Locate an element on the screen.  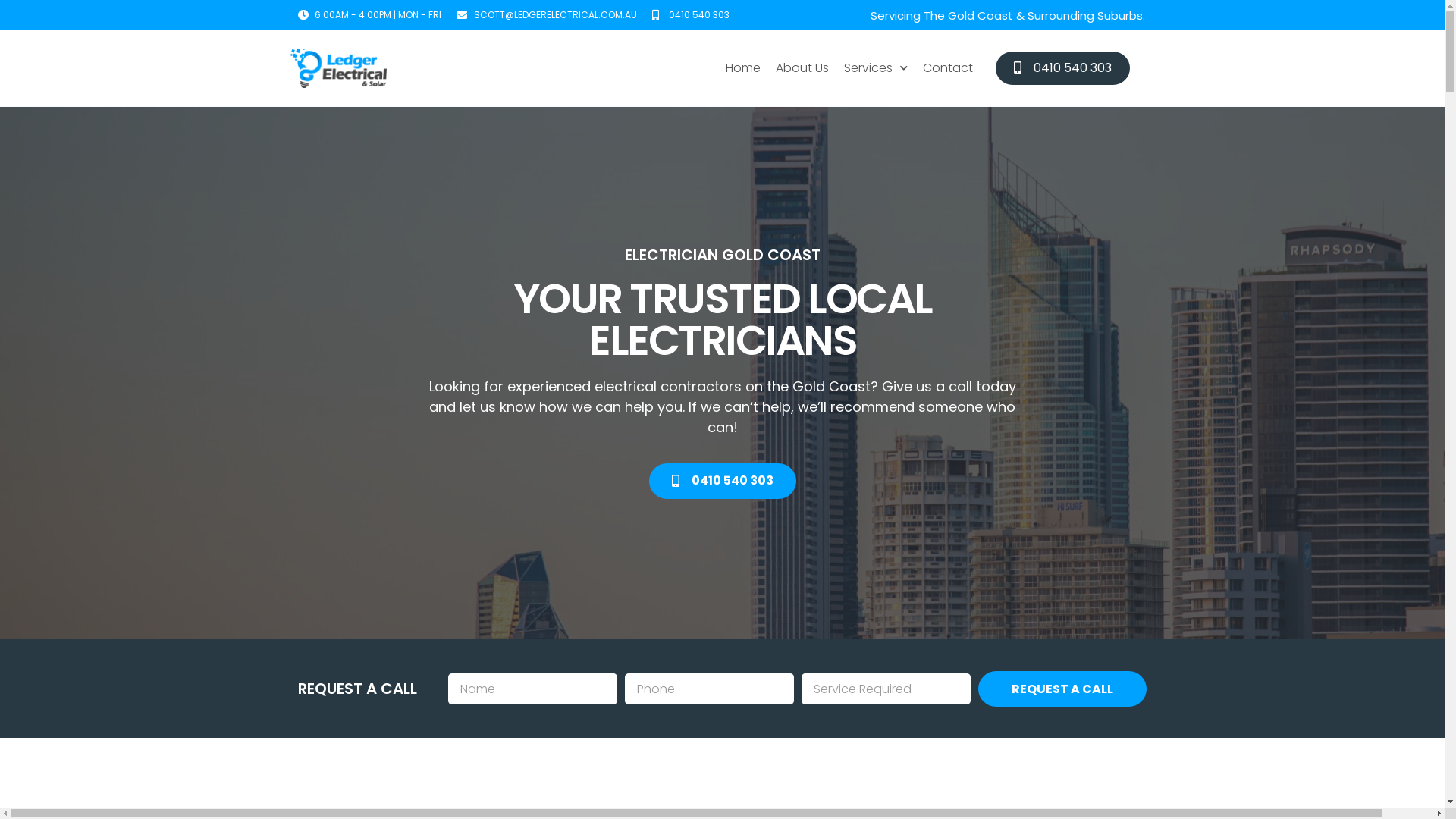
'SCOTT@LEDGERELECTRICAL.COM.AU' is located at coordinates (546, 14).